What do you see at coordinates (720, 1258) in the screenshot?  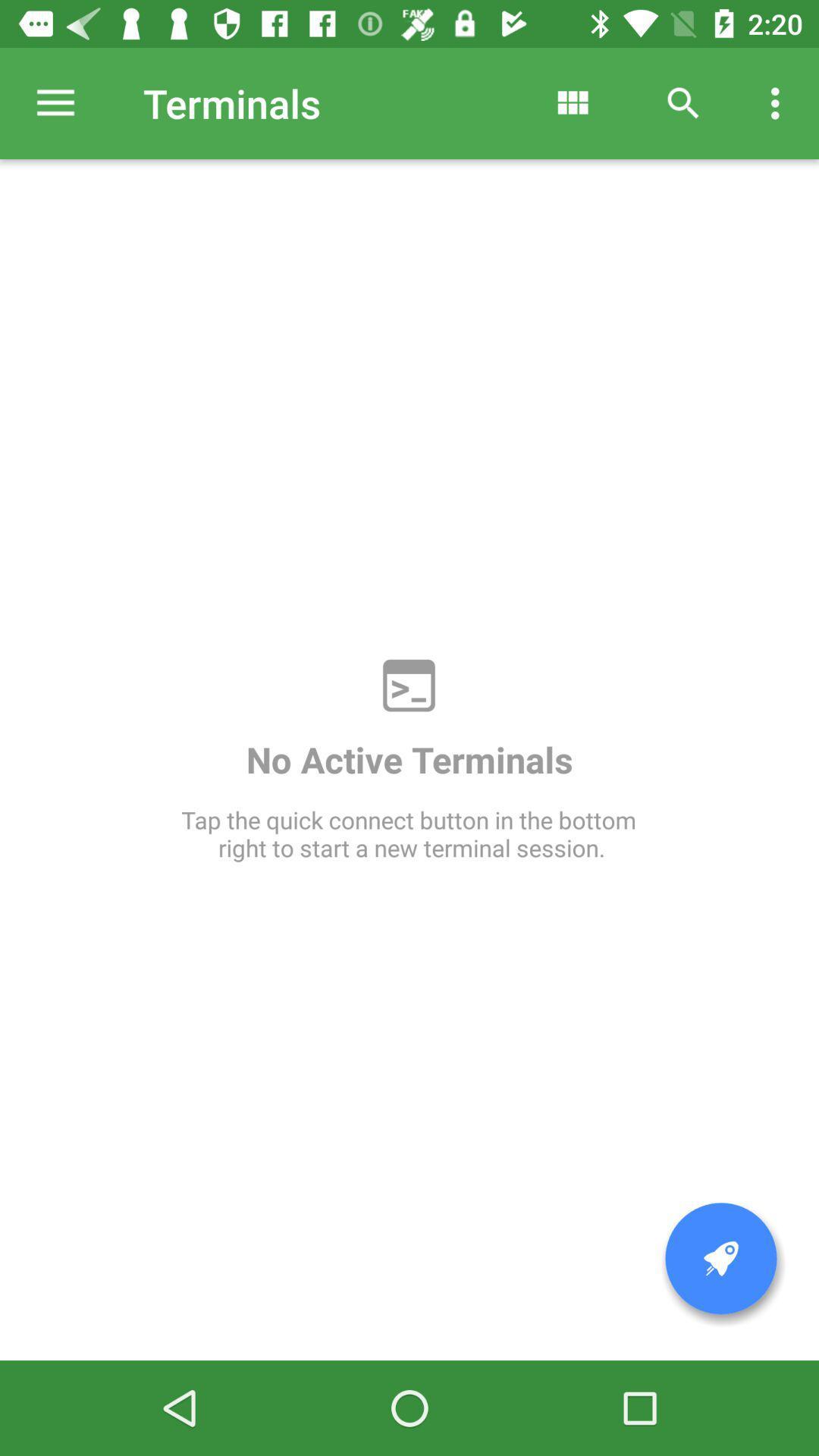 I see `start new terminal session` at bounding box center [720, 1258].